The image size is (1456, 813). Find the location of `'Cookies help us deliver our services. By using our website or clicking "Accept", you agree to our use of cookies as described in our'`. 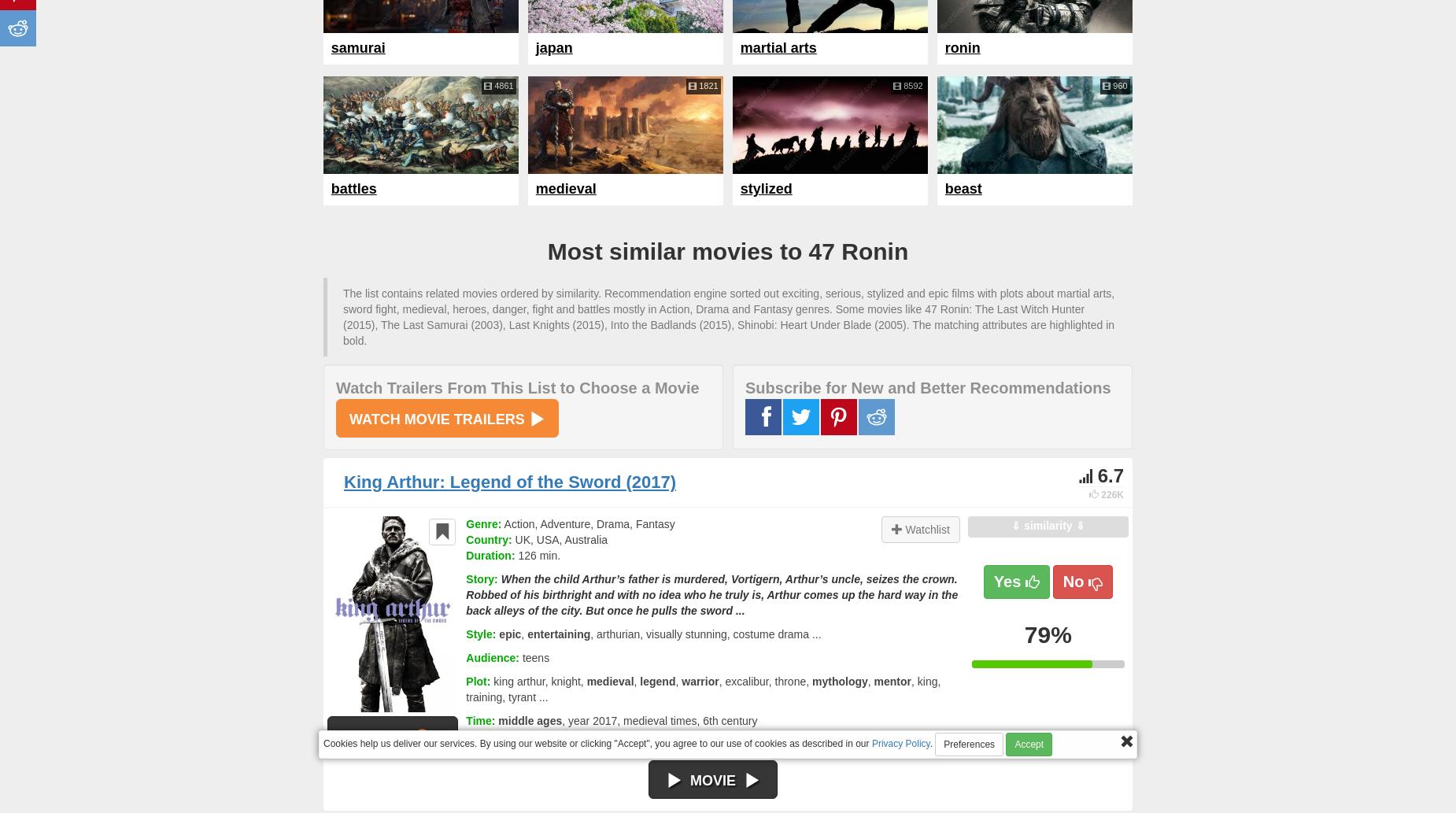

'Cookies help us deliver our services. By using our website or clicking "Accept", you agree to our use of cookies as described in our' is located at coordinates (323, 742).